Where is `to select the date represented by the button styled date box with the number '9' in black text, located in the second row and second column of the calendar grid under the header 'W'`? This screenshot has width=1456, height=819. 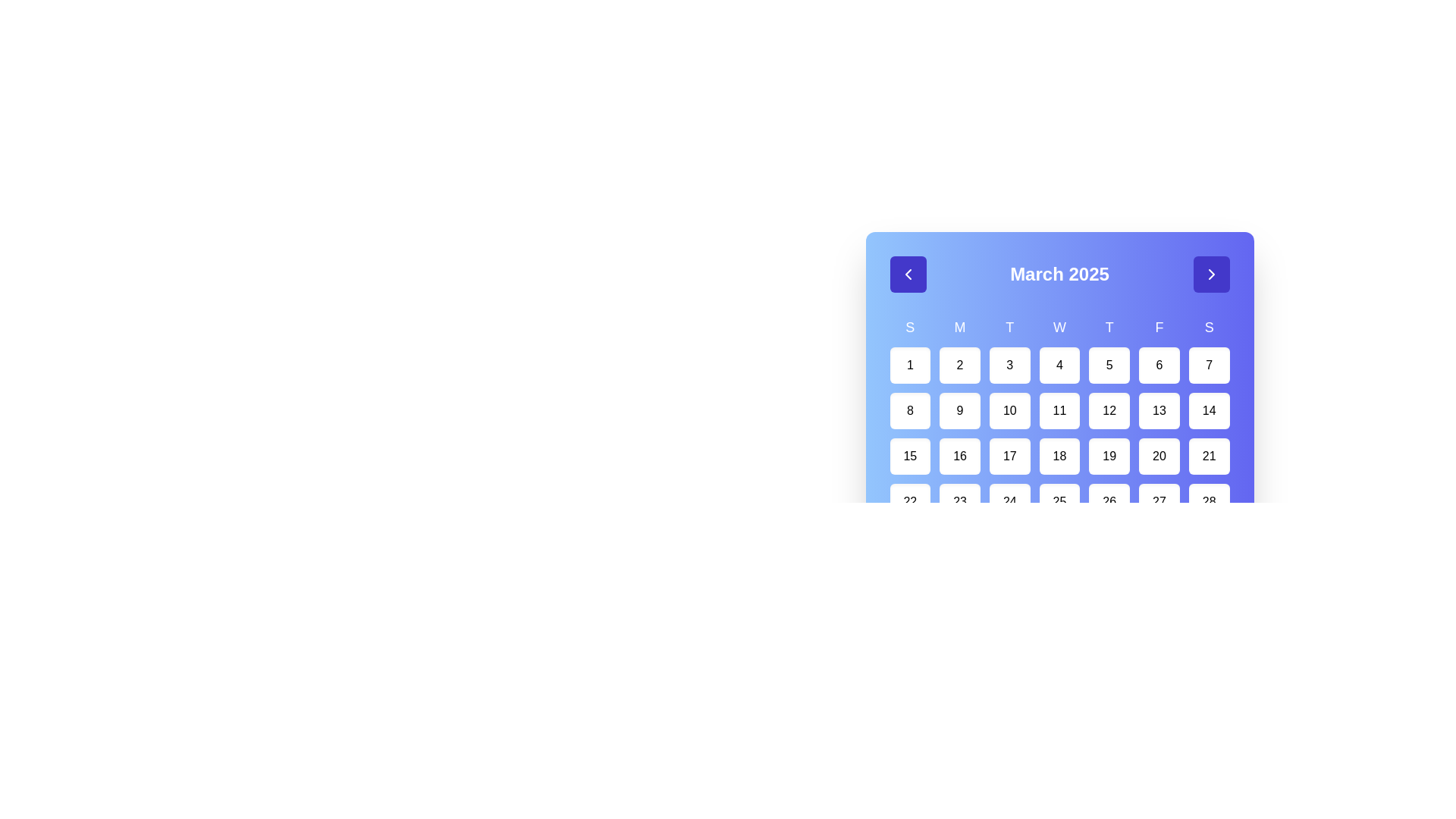 to select the date represented by the button styled date box with the number '9' in black text, located in the second row and second column of the calendar grid under the header 'W' is located at coordinates (959, 411).